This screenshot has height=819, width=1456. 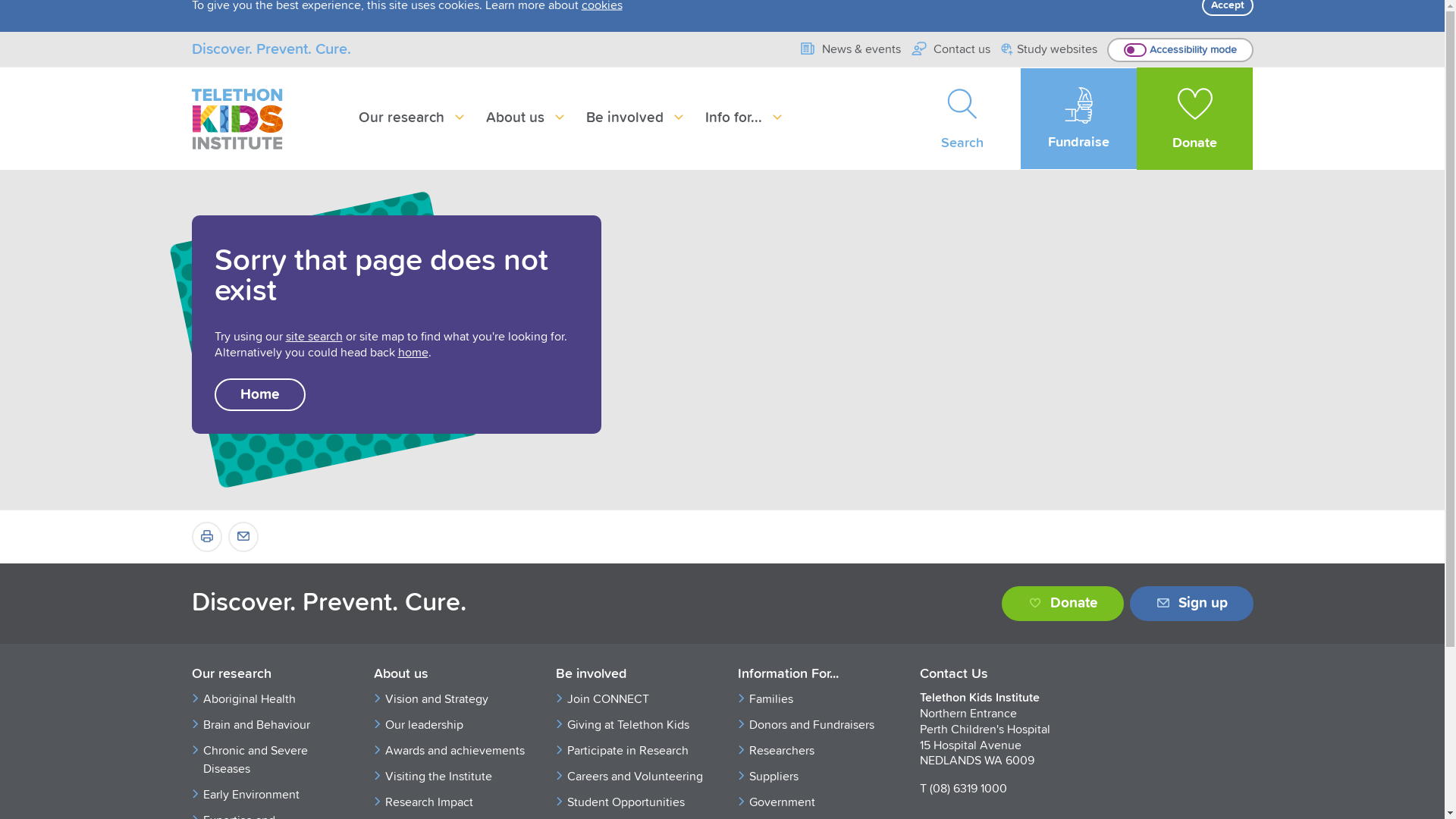 What do you see at coordinates (273, 698) in the screenshot?
I see `'Aboriginal Health'` at bounding box center [273, 698].